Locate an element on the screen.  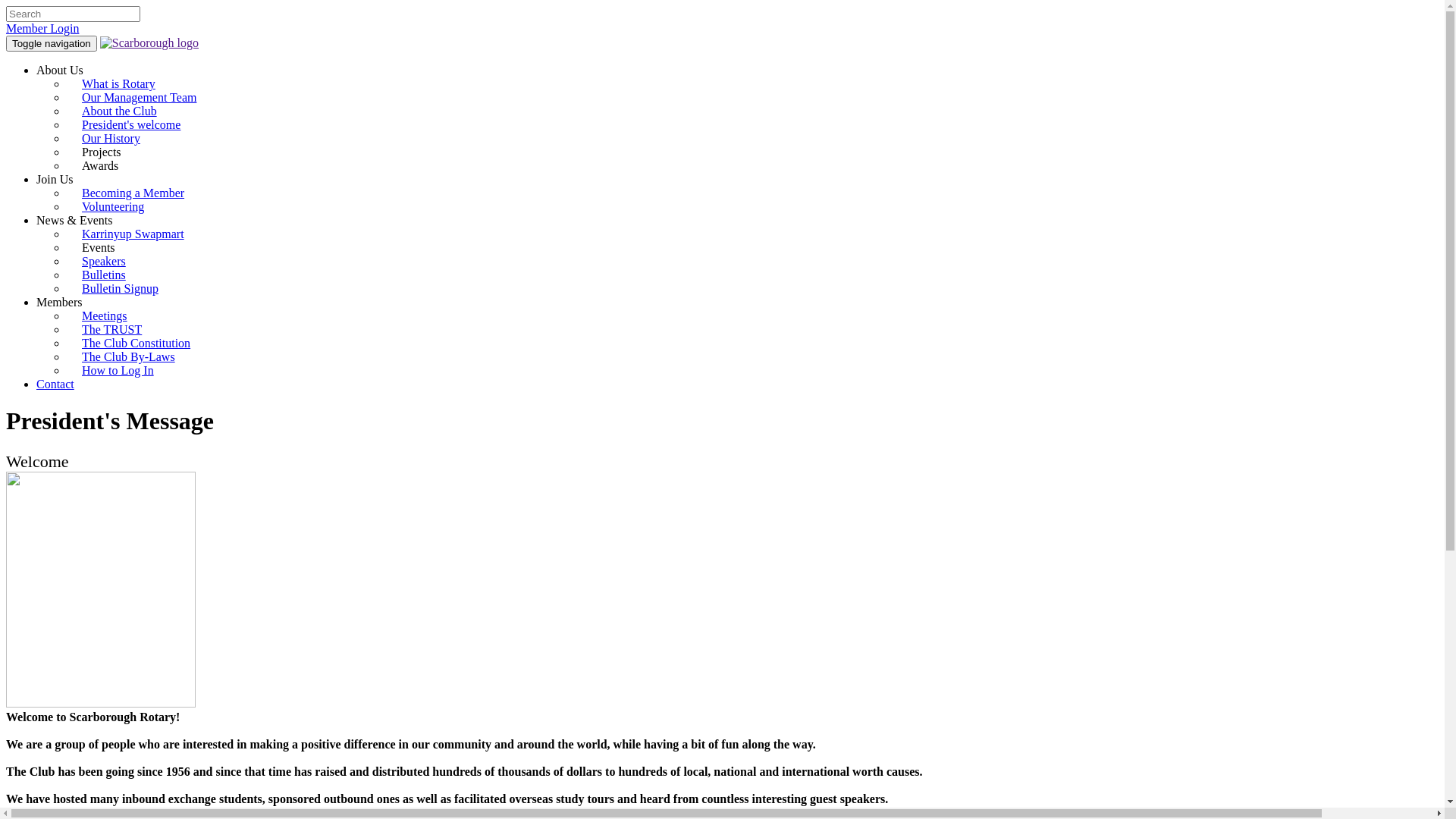
'President's welcome' is located at coordinates (130, 124).